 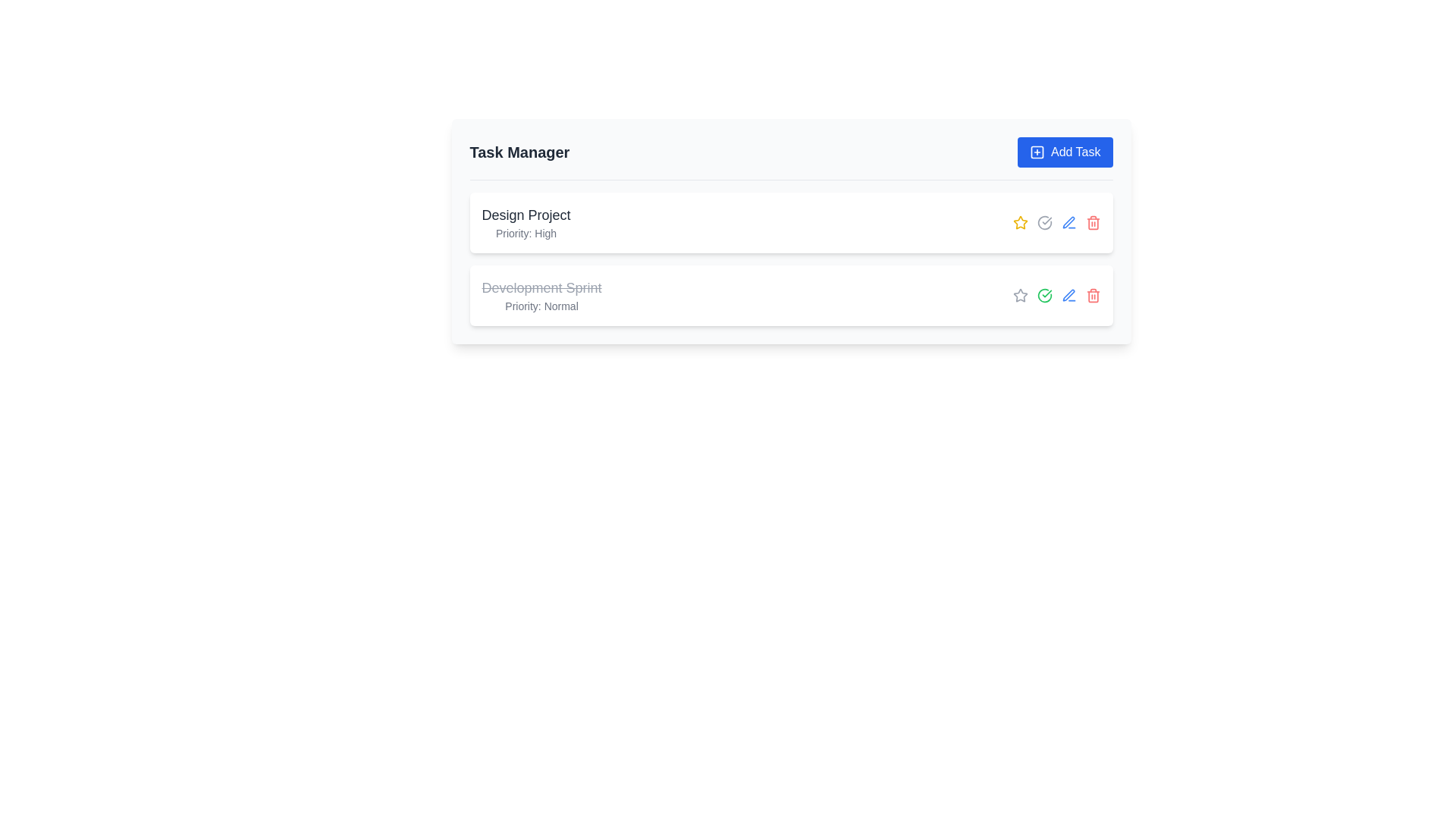 I want to click on the red trash can icon button, which is the fourth interactive element in a horizontal arrangement of icons, so click(x=1093, y=295).